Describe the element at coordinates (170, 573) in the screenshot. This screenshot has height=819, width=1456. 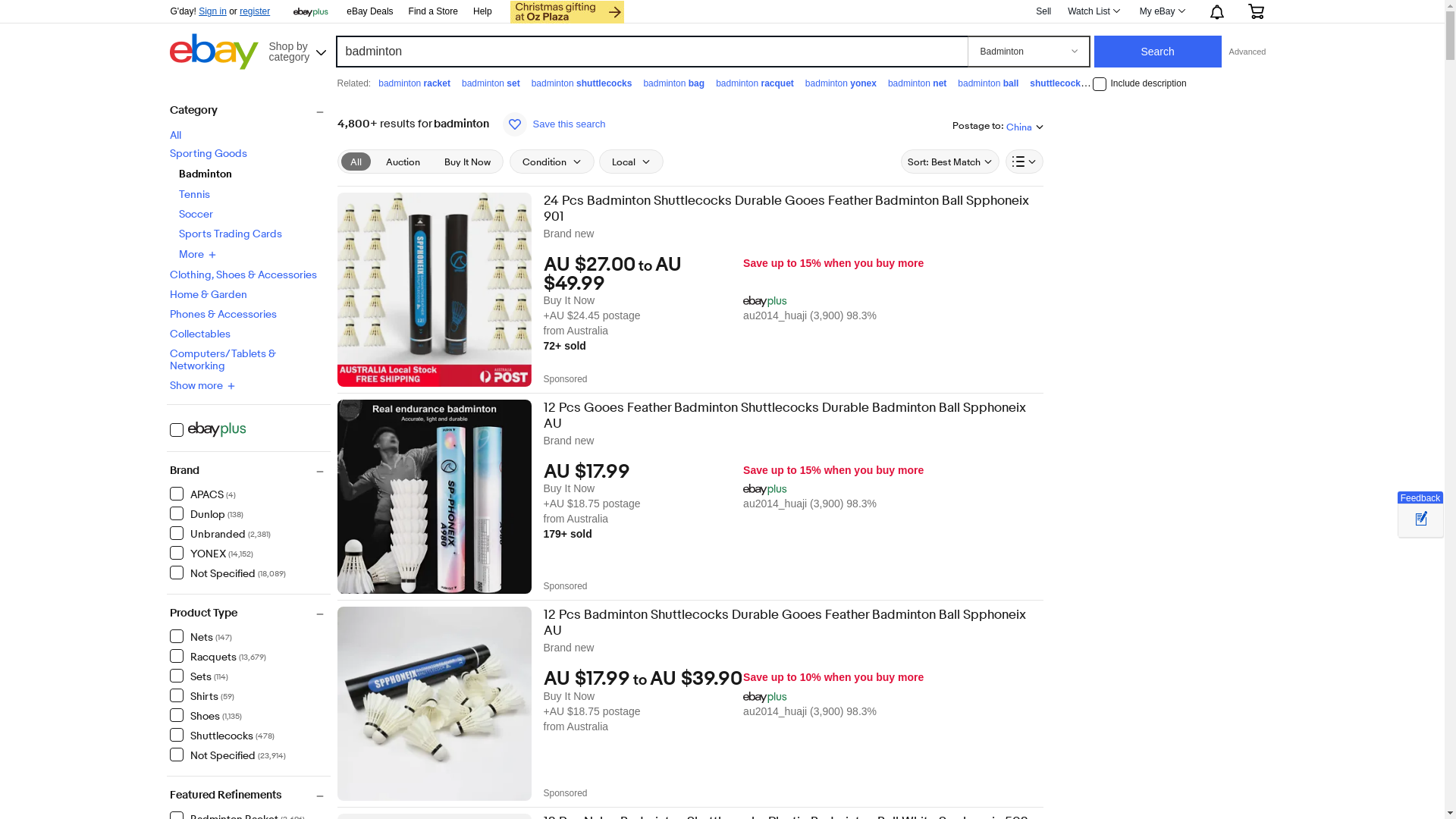
I see `'Not Specified` at that location.